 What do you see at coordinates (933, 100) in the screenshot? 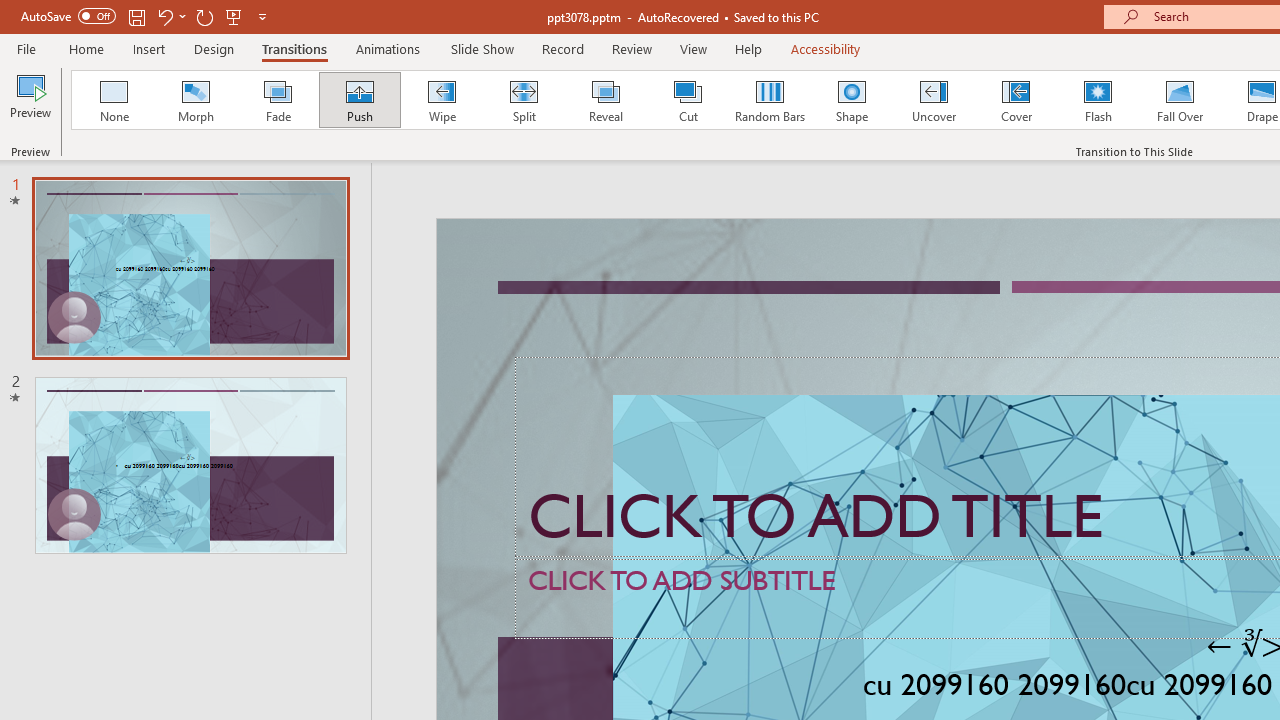
I see `'Uncover'` at bounding box center [933, 100].